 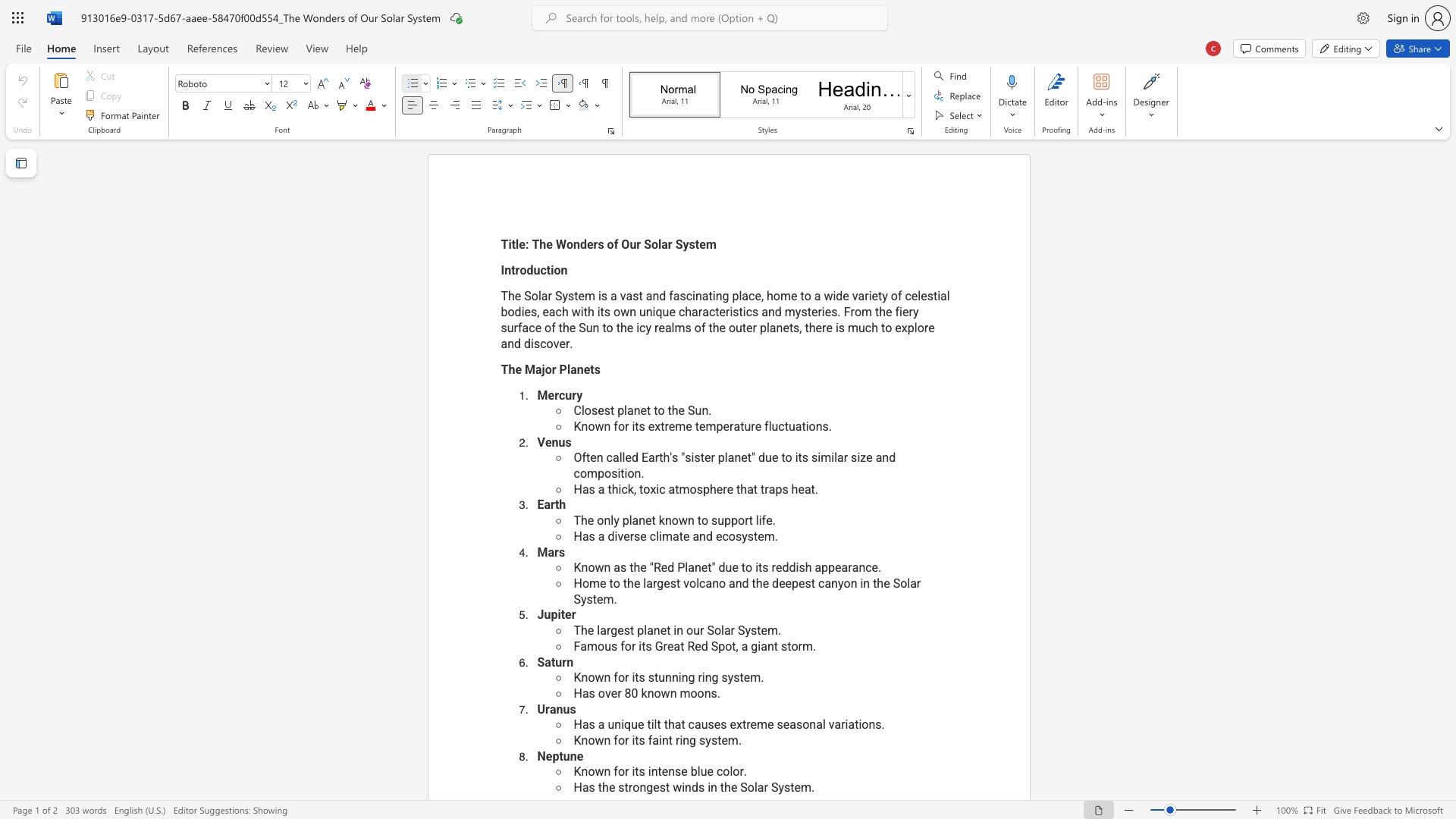 I want to click on the 1th character "c" in the text, so click(x=624, y=489).